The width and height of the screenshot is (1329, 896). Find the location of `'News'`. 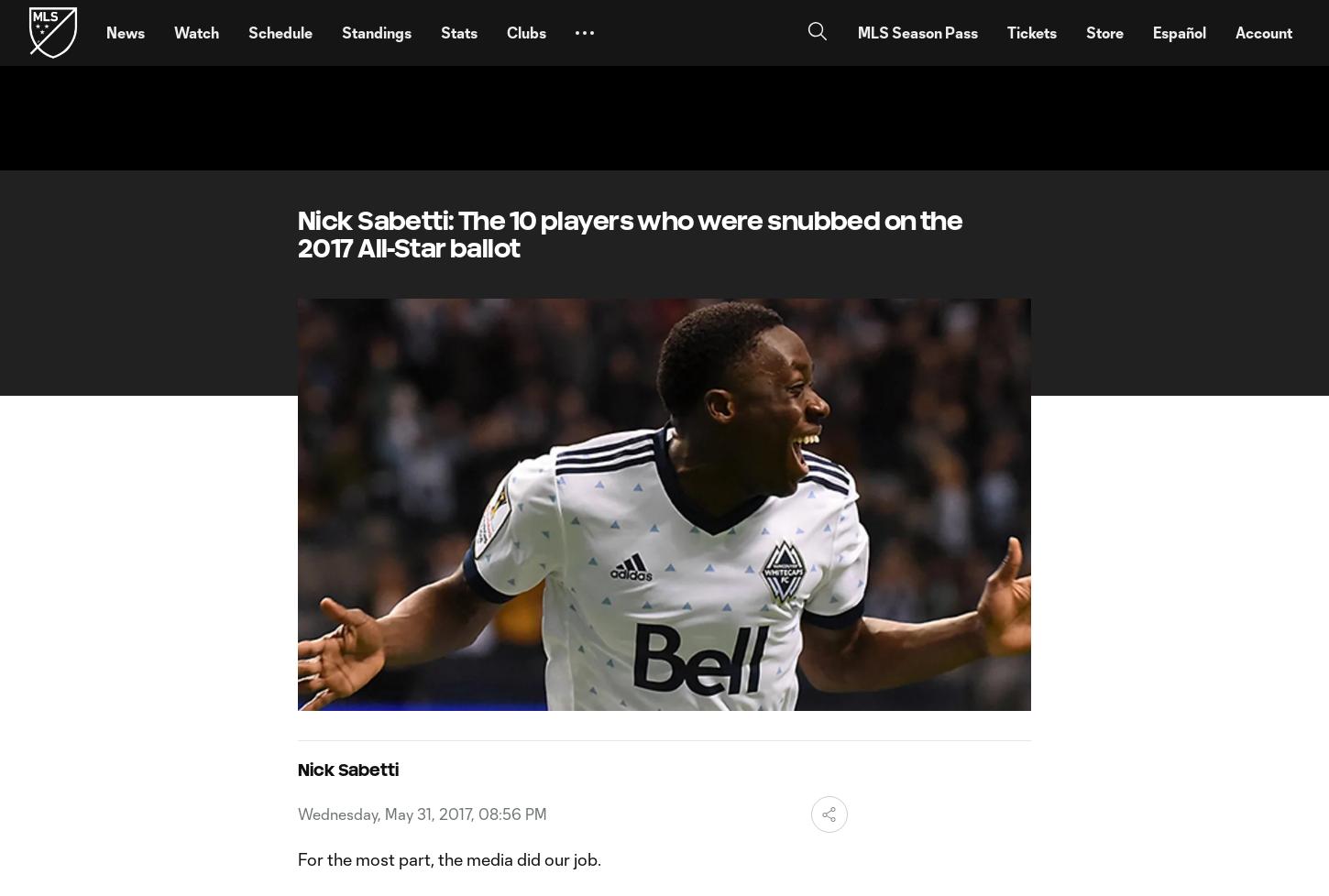

'News' is located at coordinates (125, 32).